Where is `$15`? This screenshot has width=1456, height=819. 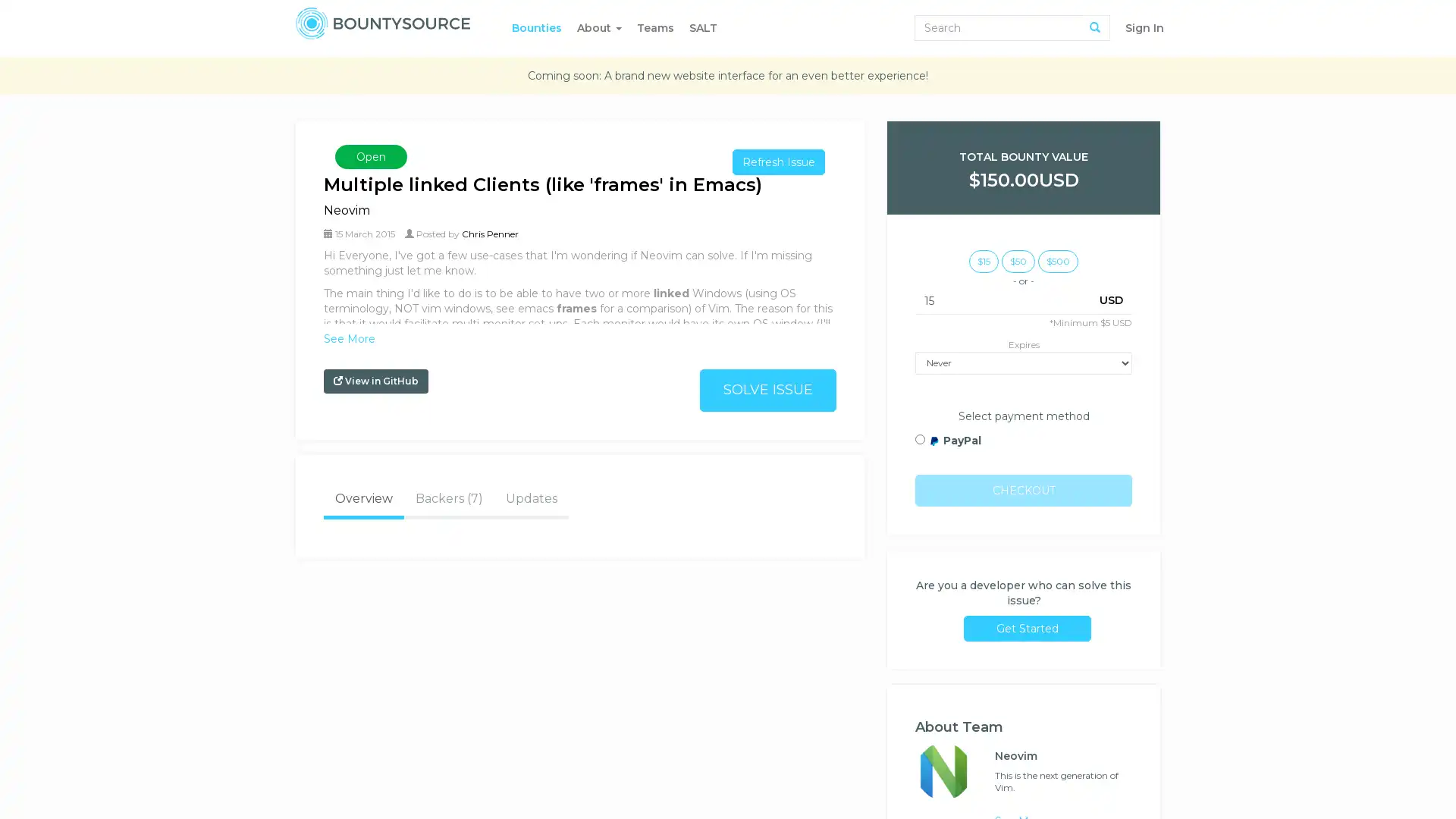
$15 is located at coordinates (984, 259).